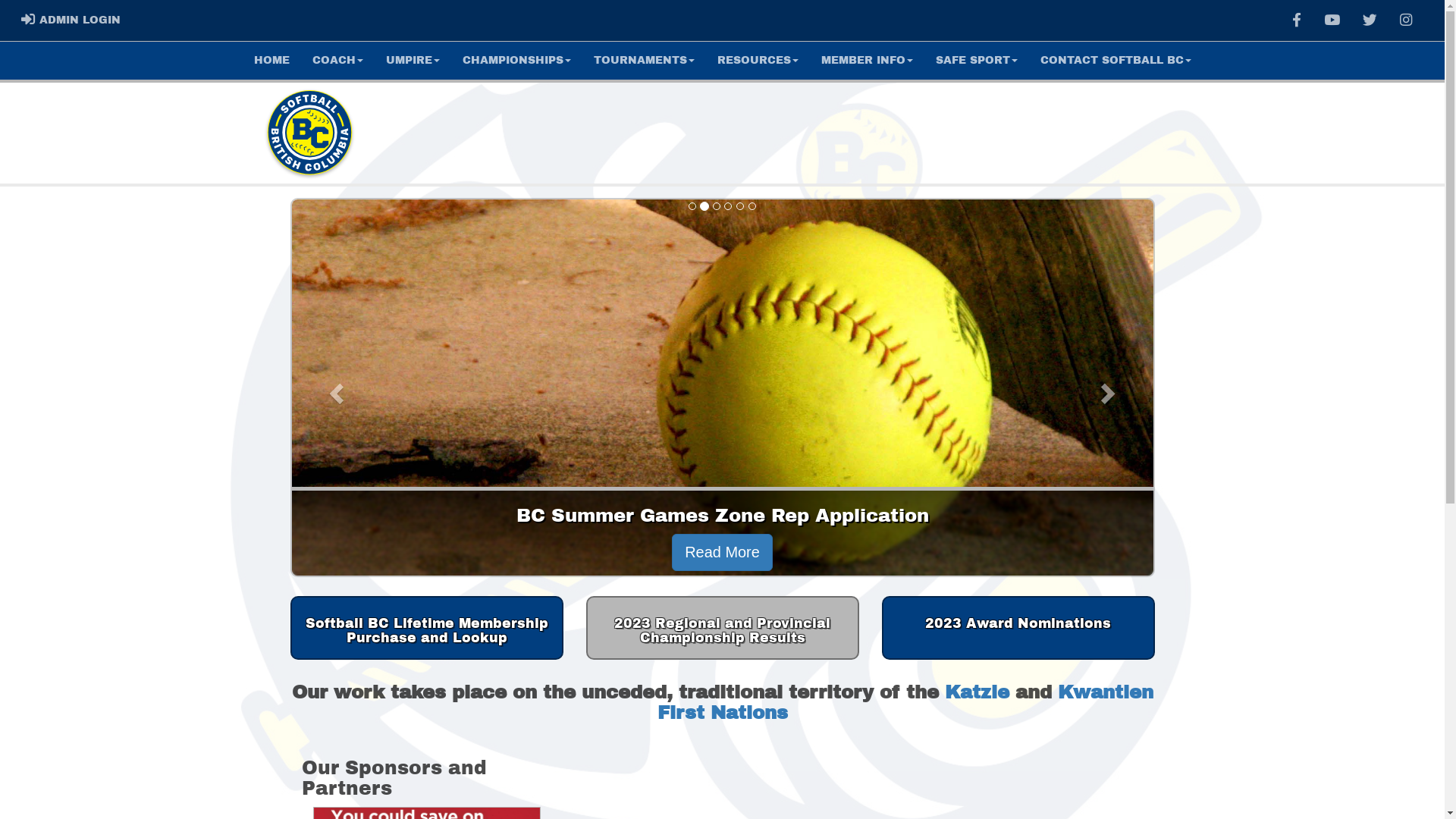 The image size is (1456, 819). I want to click on 'SAFE SPORT', so click(923, 60).